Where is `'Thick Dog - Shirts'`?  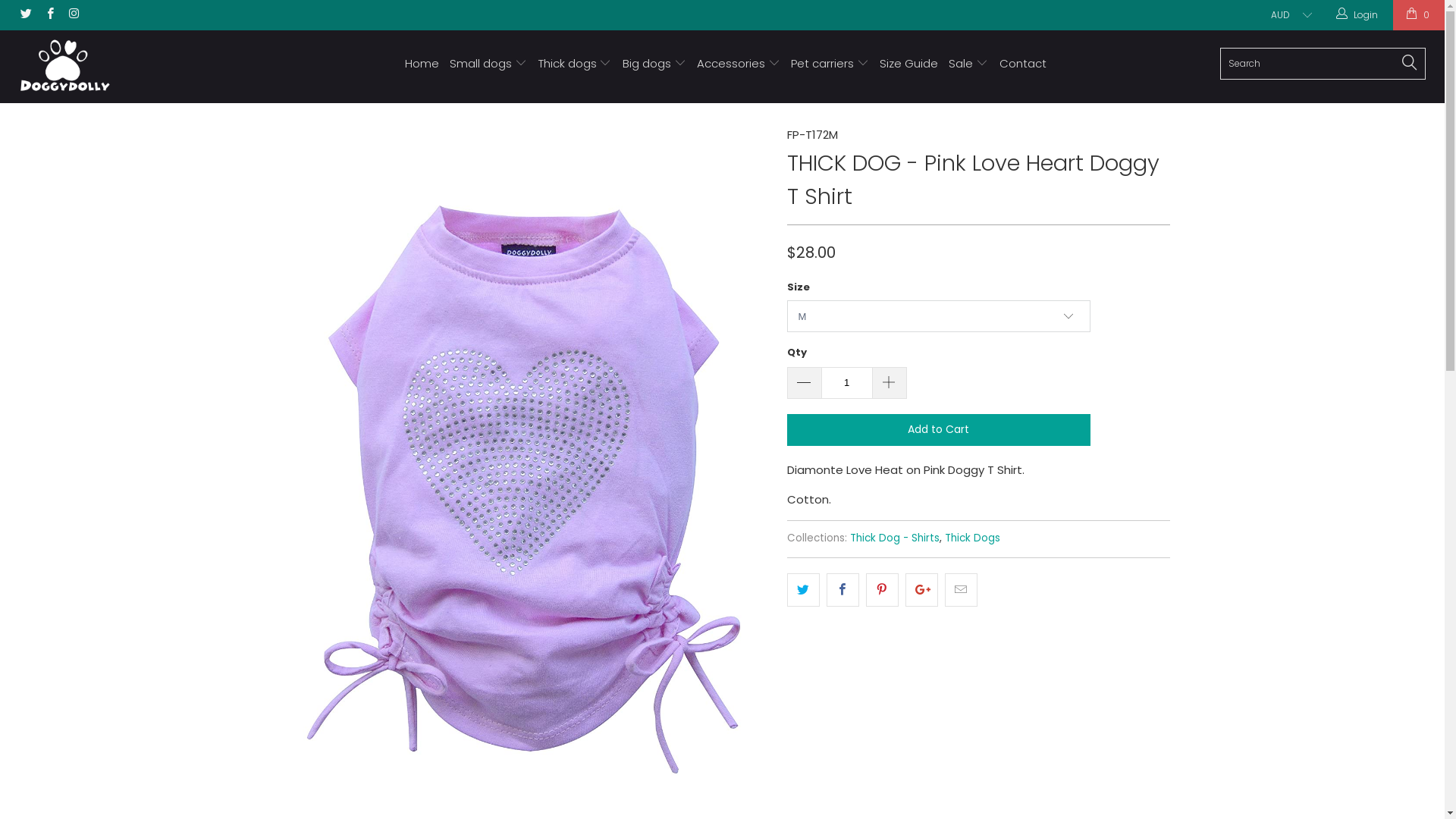 'Thick Dog - Shirts' is located at coordinates (894, 537).